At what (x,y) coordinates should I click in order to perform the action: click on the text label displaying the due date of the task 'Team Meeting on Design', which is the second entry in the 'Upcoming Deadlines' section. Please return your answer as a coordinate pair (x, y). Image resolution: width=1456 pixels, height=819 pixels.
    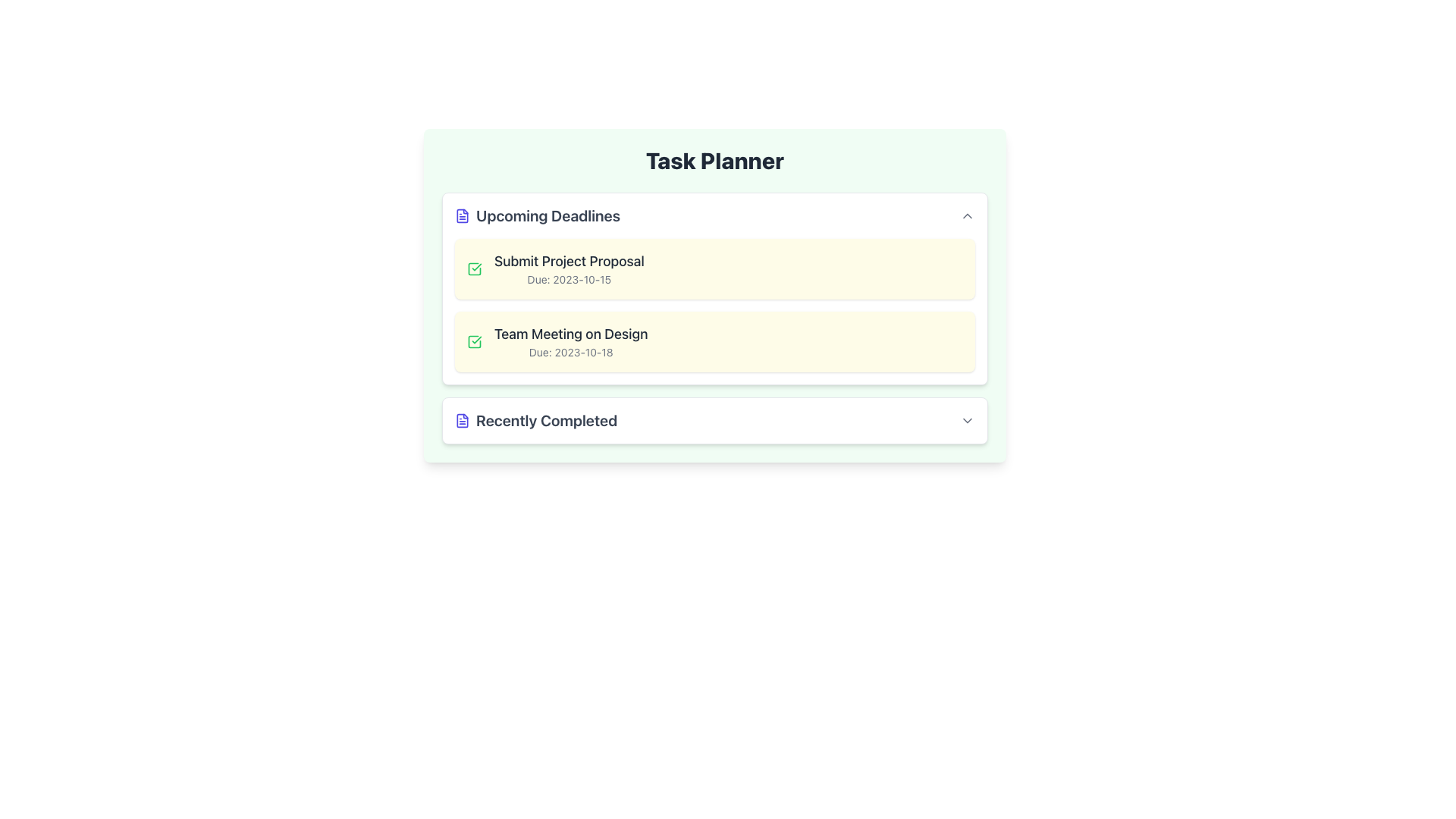
    Looking at the image, I should click on (570, 353).